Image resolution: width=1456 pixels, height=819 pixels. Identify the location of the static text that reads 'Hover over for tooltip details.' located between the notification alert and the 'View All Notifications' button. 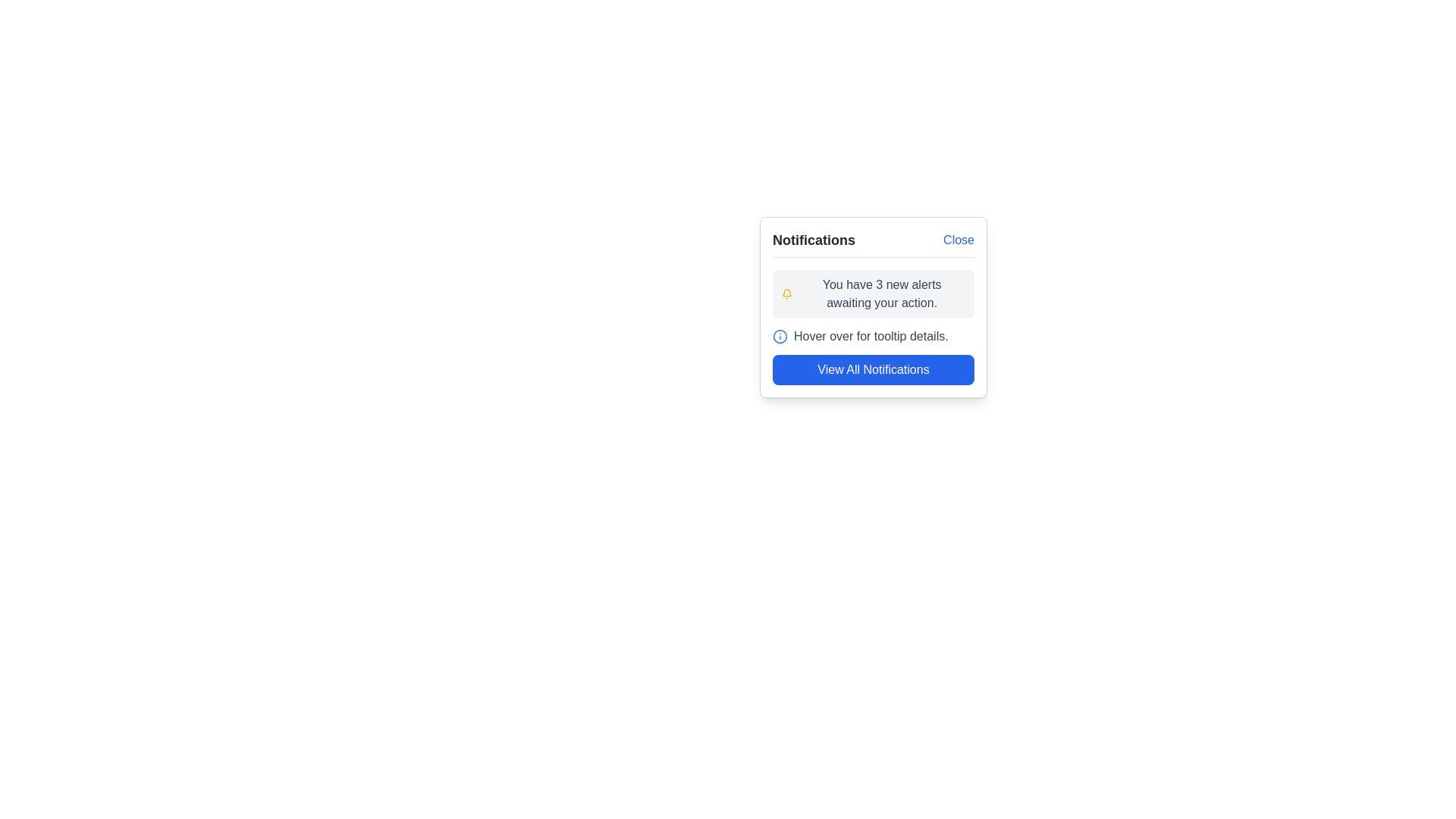
(871, 335).